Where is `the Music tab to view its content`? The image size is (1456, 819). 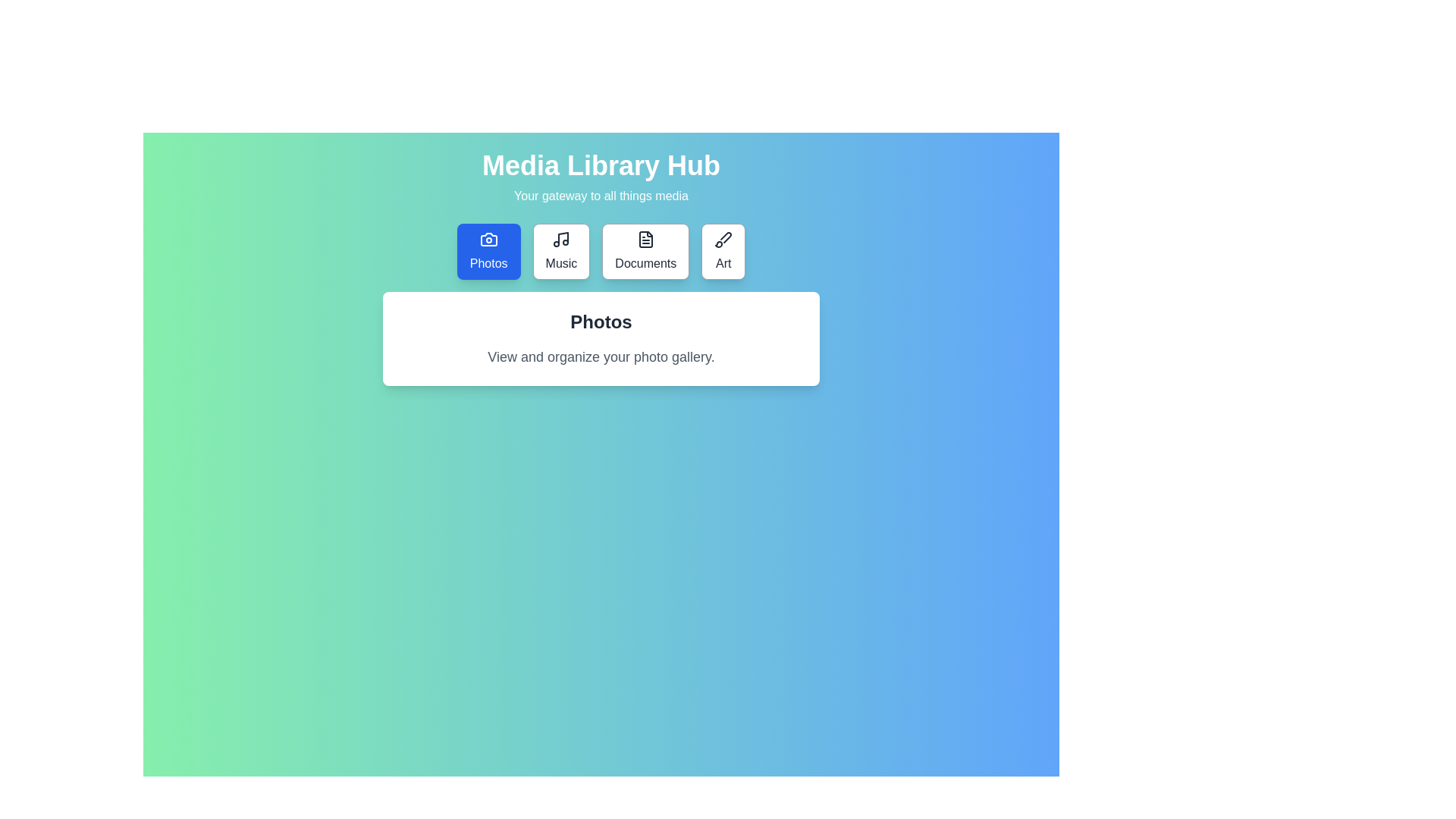
the Music tab to view its content is located at coordinates (560, 250).